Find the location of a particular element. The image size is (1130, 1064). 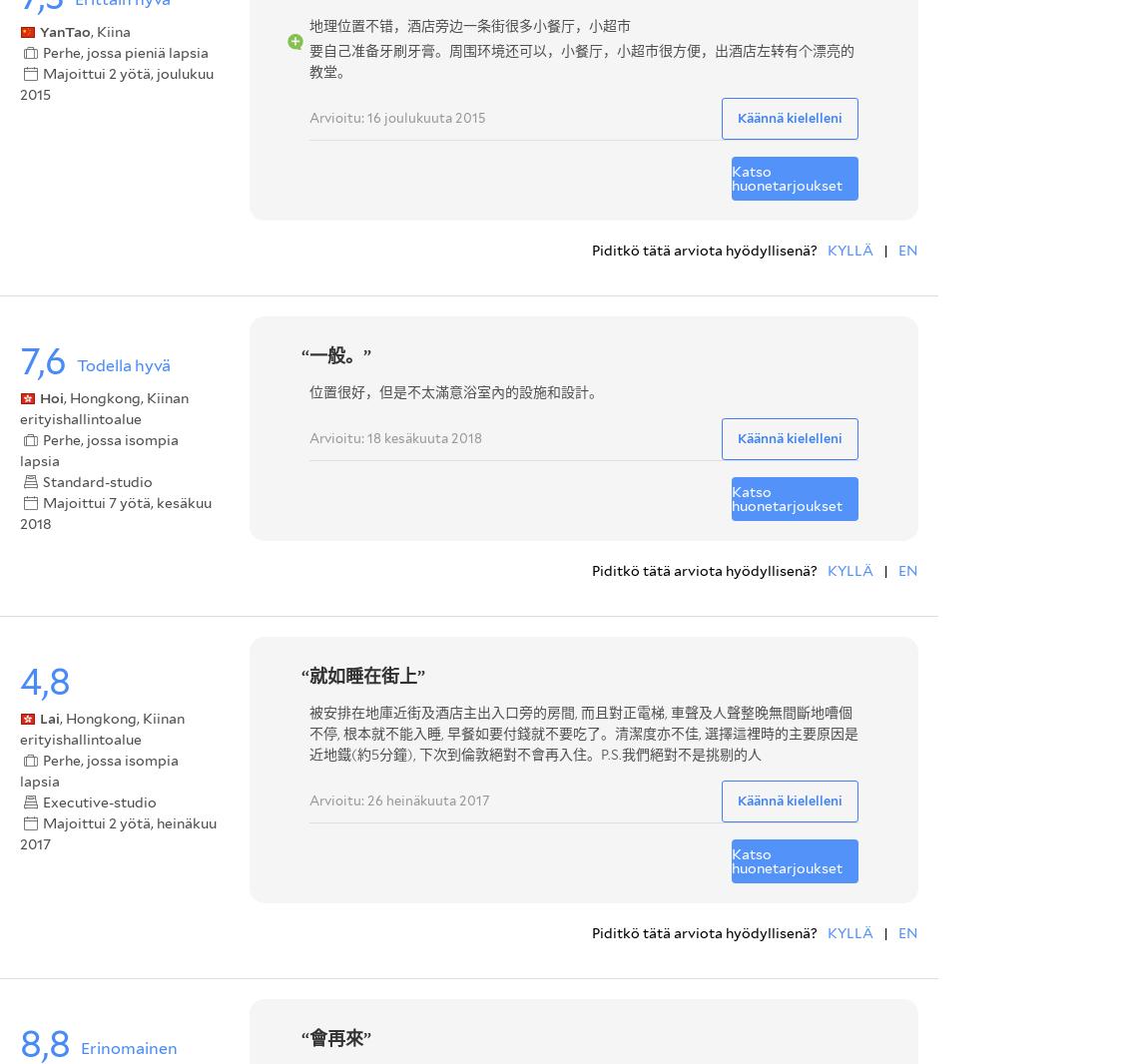

'Erinomainen' is located at coordinates (128, 1047).